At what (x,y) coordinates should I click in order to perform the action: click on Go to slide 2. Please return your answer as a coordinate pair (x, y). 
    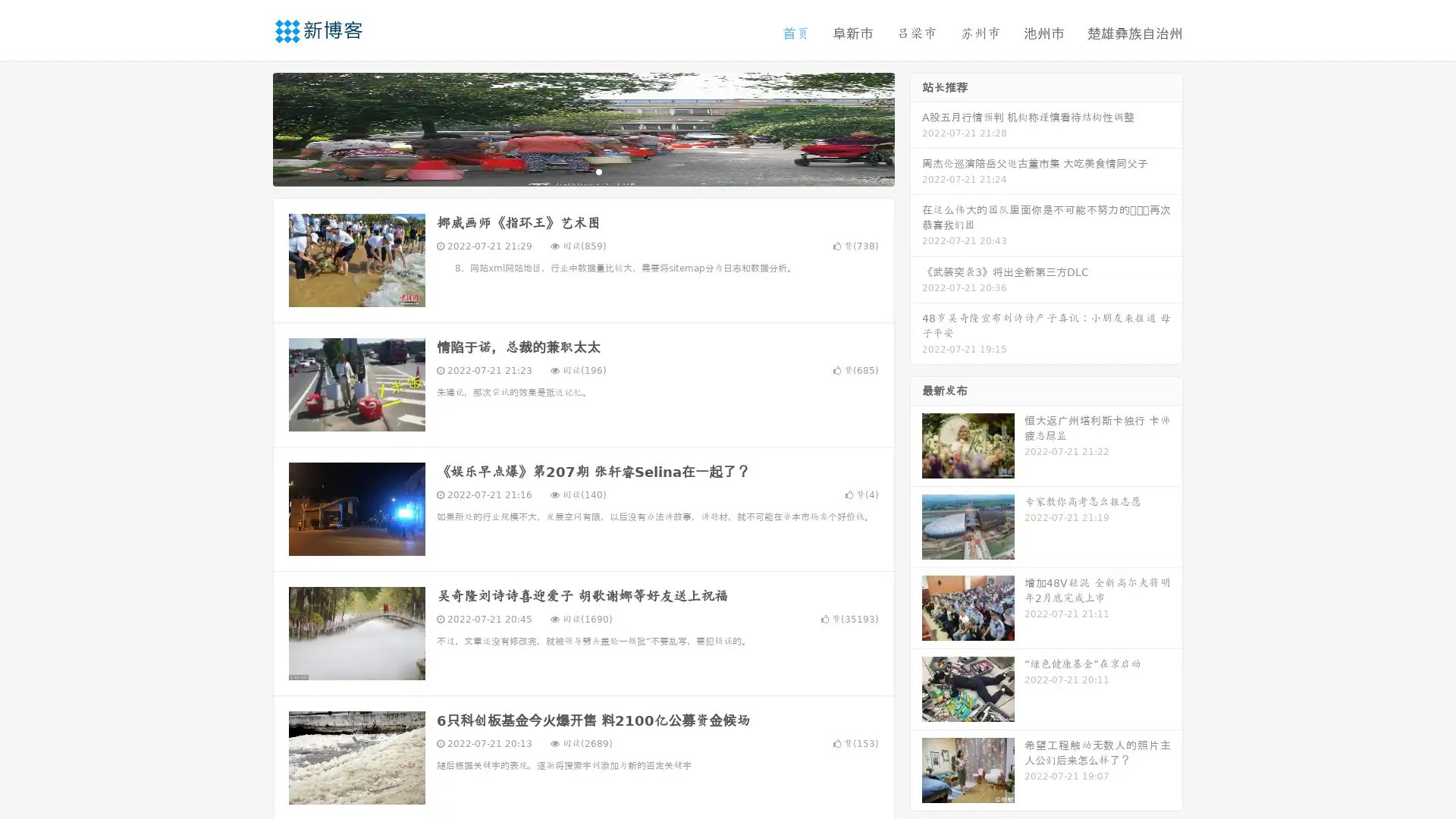
    Looking at the image, I should click on (582, 171).